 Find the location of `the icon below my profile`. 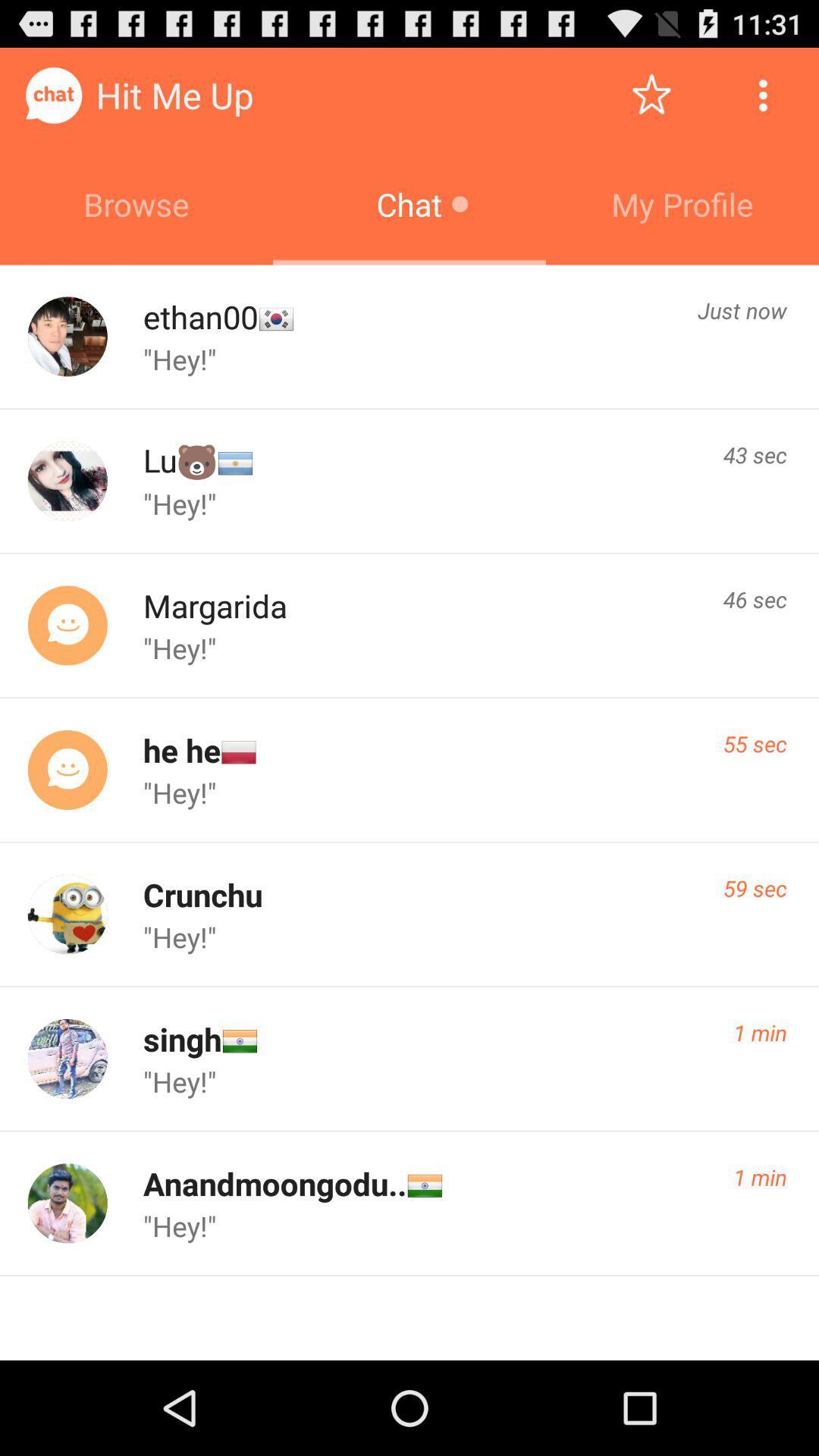

the icon below my profile is located at coordinates (742, 309).